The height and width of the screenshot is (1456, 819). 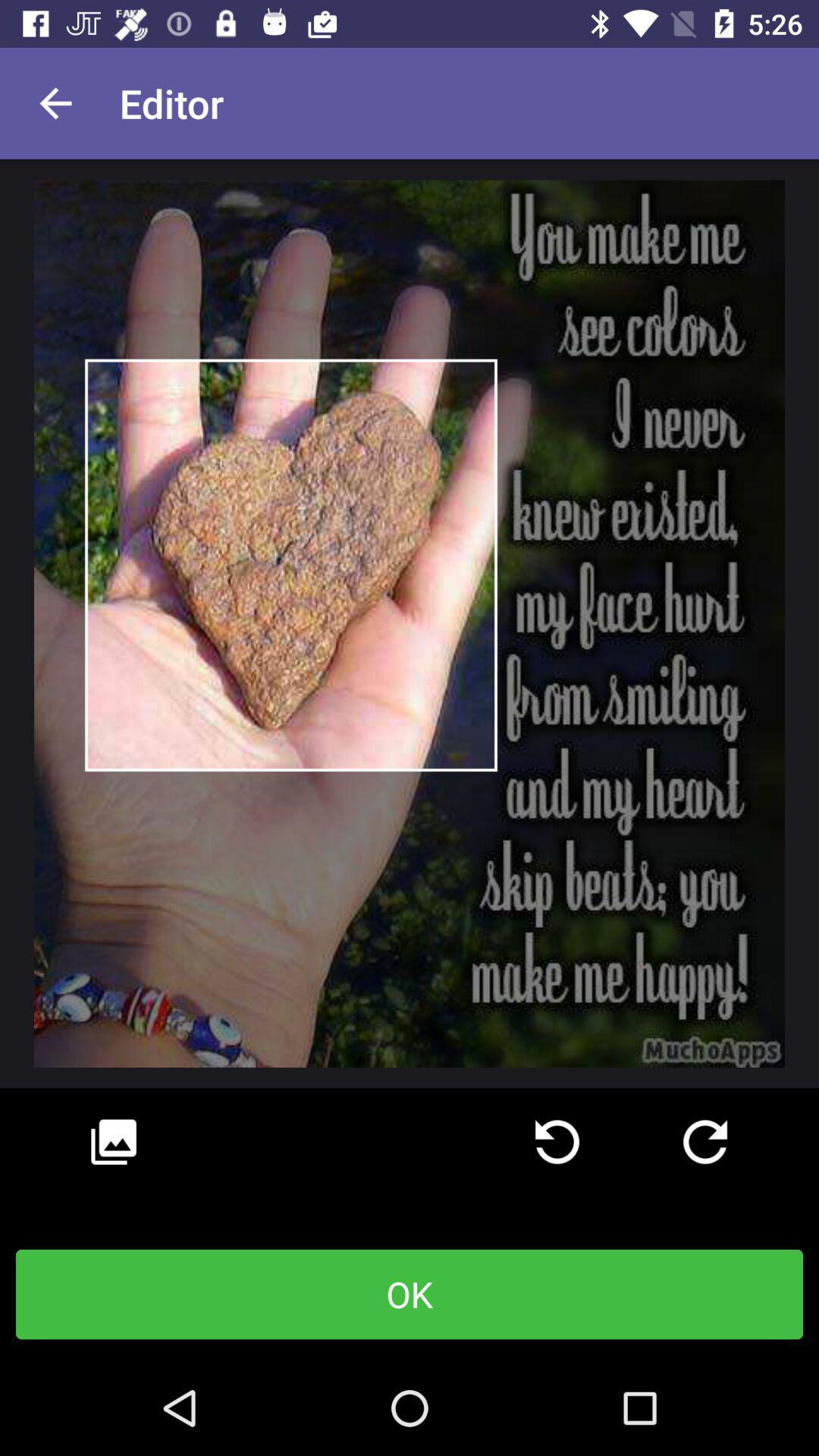 What do you see at coordinates (113, 1142) in the screenshot?
I see `icon at the bottom left corner` at bounding box center [113, 1142].